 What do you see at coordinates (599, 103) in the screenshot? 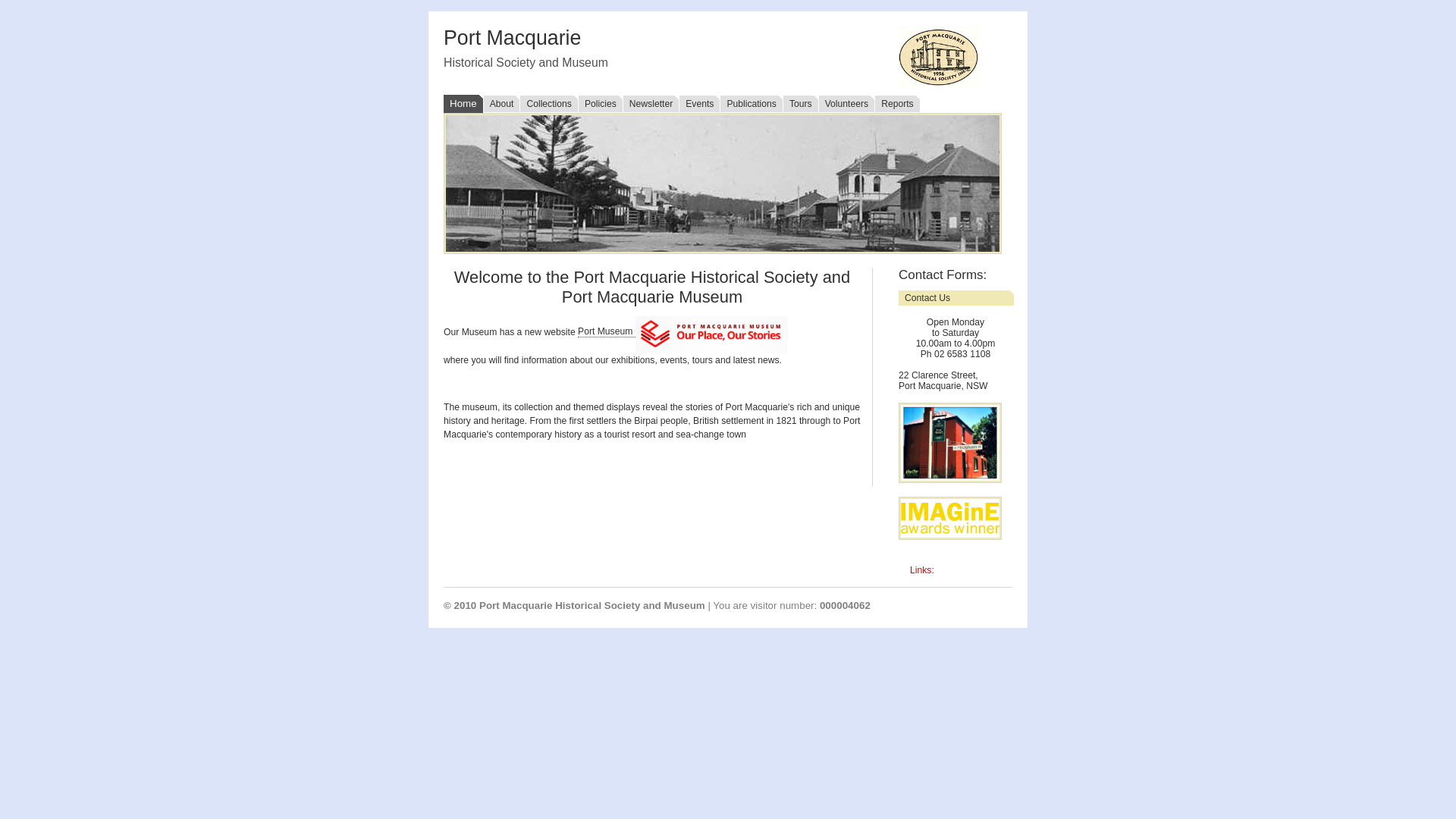
I see `'Policies'` at bounding box center [599, 103].